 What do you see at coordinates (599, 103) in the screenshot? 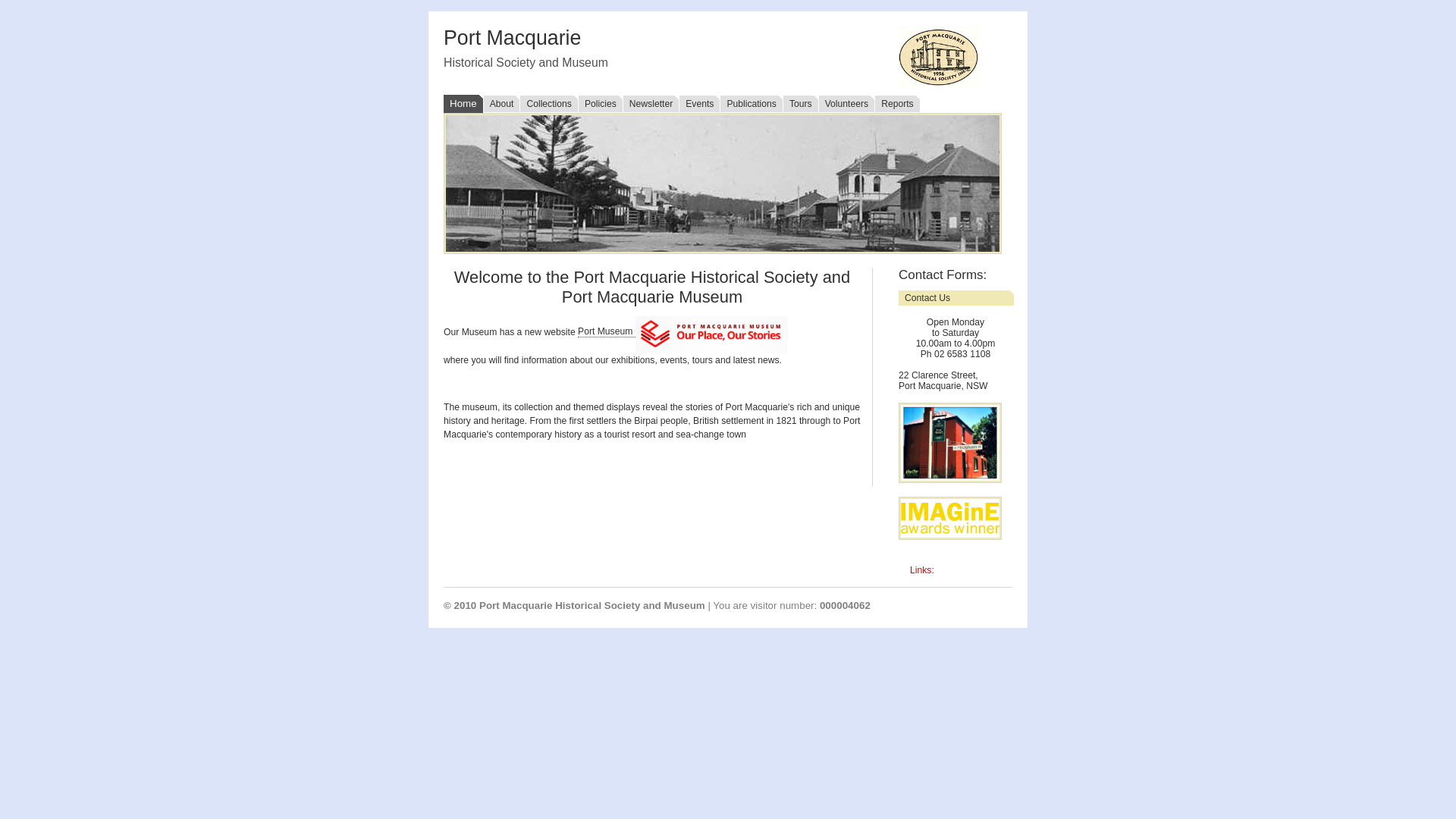
I see `'Policies'` at bounding box center [599, 103].